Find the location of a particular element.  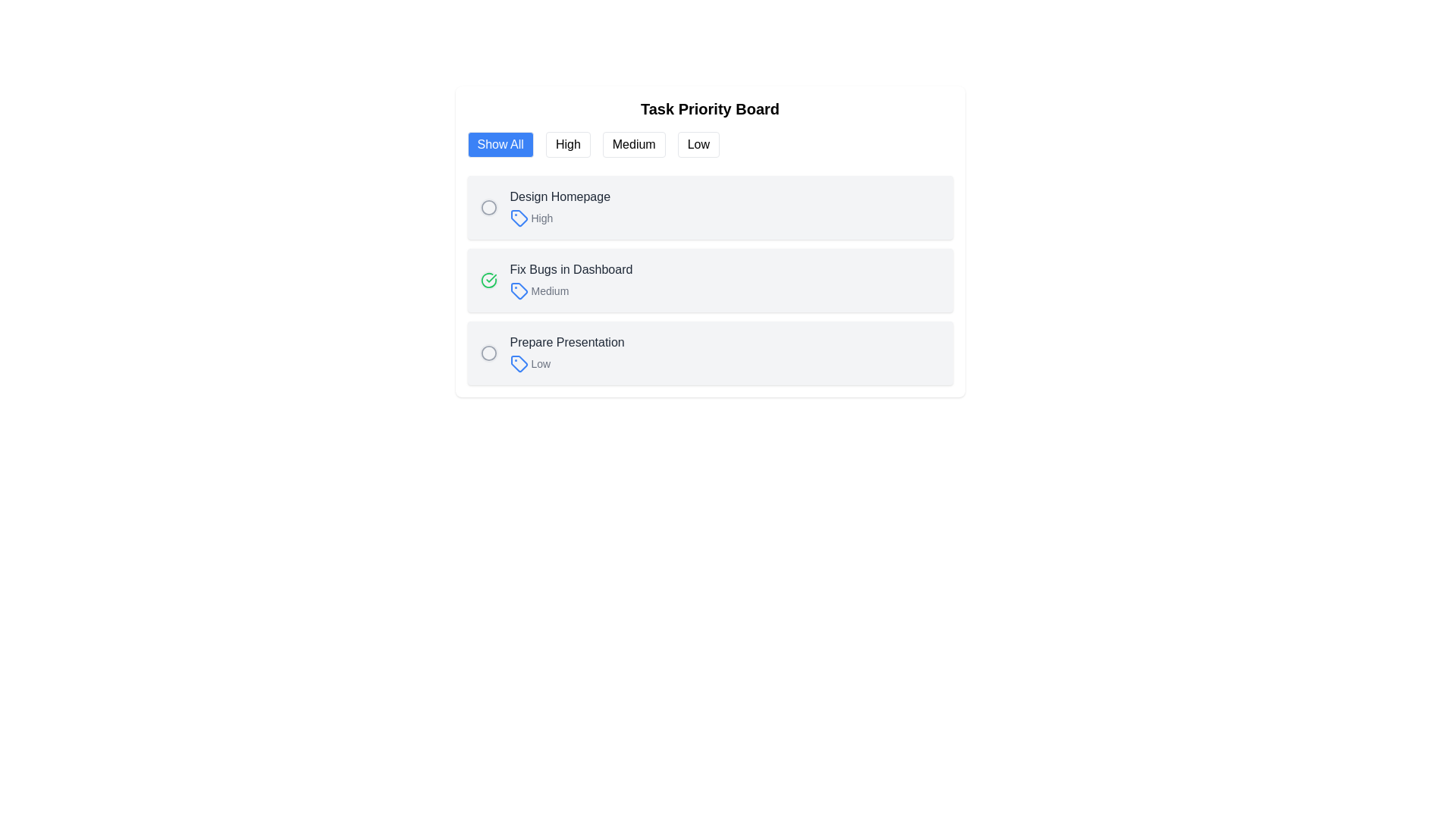

the 'Prepare Presentation' low-priority task Text Label with Icon, which is the third item in the task list under the 'Task Priority Board' is located at coordinates (566, 353).